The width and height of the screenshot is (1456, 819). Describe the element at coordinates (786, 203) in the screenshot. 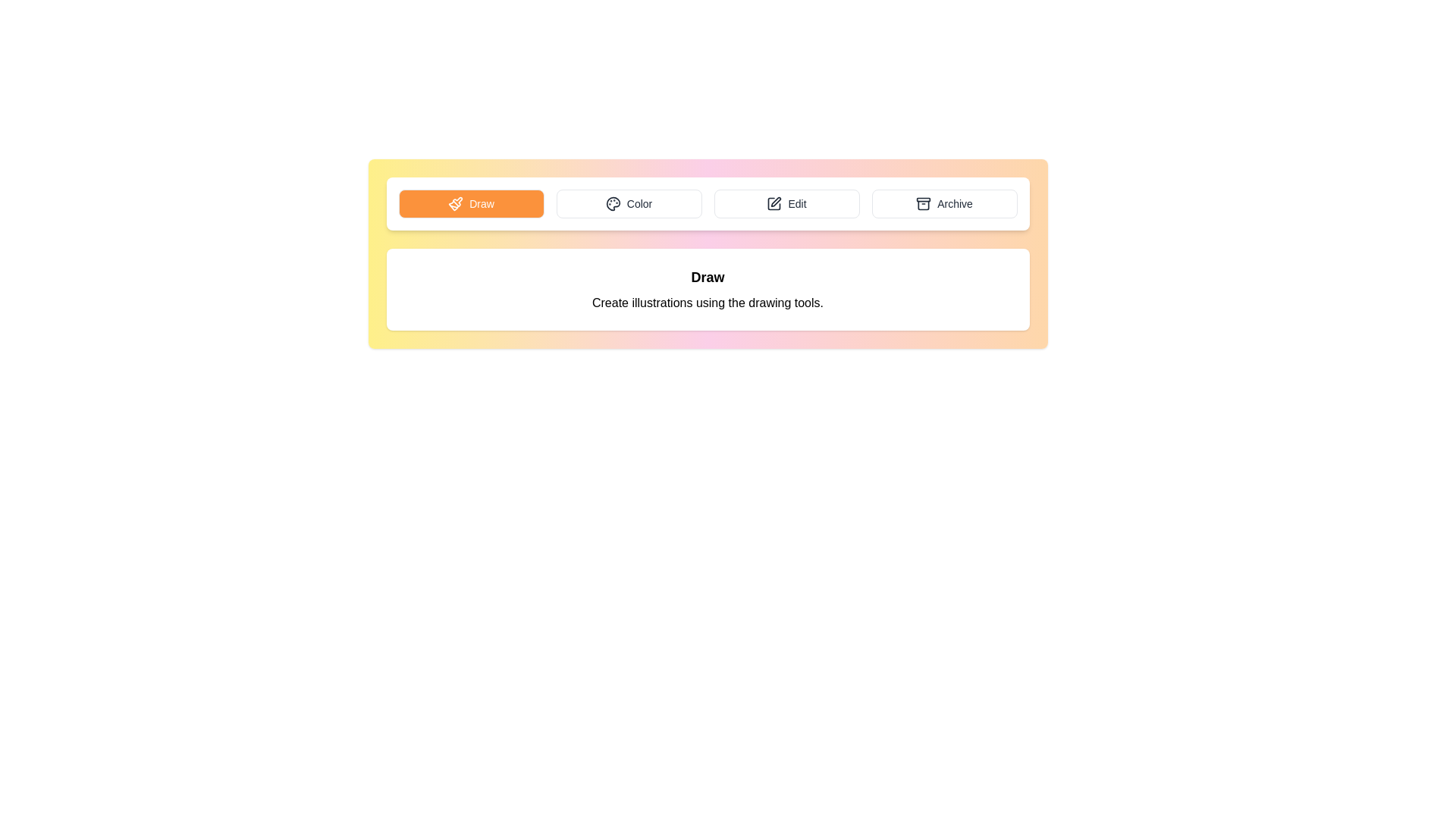

I see `the Edit tab by clicking on its button` at that location.